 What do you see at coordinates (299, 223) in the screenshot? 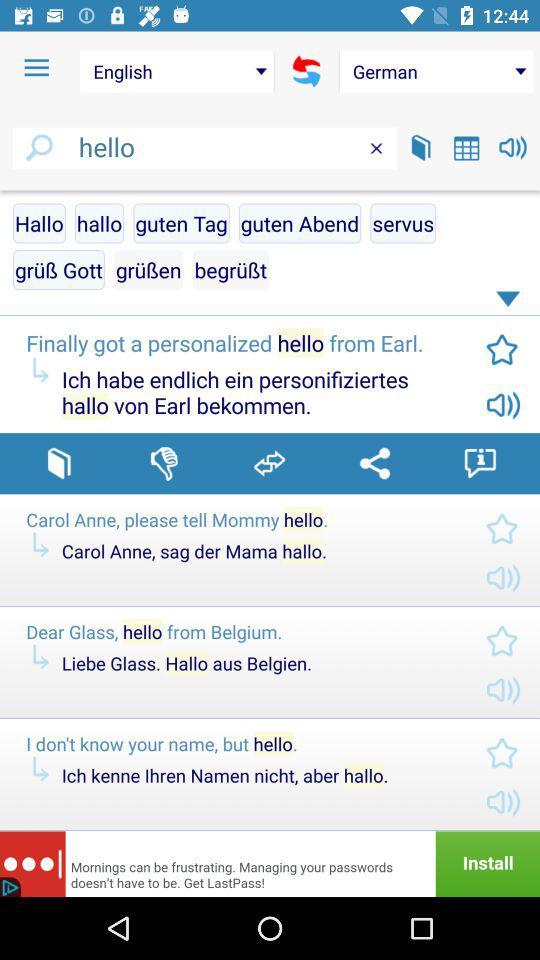
I see `item next to the servus icon` at bounding box center [299, 223].